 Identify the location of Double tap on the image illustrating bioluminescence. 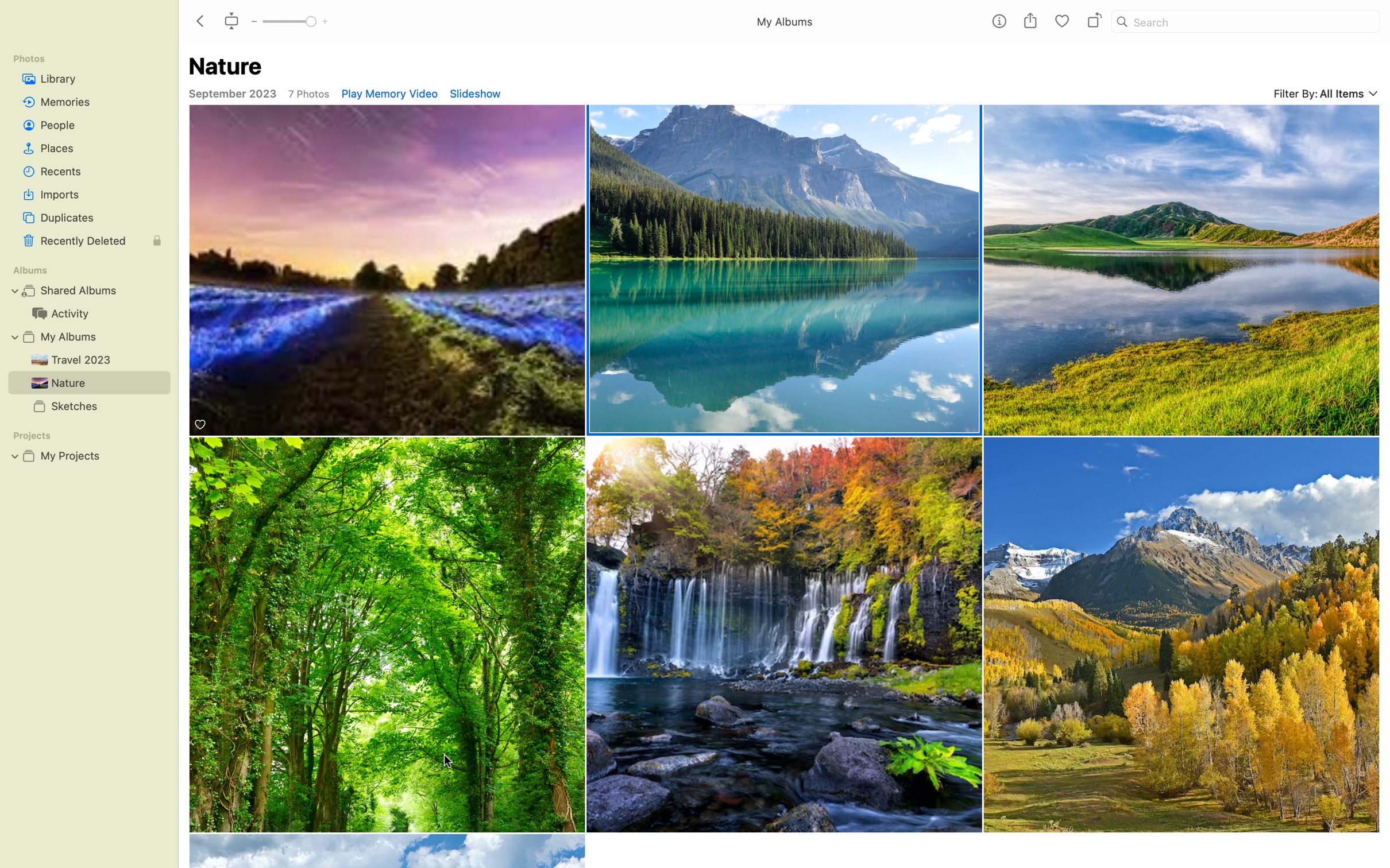
(387, 271).